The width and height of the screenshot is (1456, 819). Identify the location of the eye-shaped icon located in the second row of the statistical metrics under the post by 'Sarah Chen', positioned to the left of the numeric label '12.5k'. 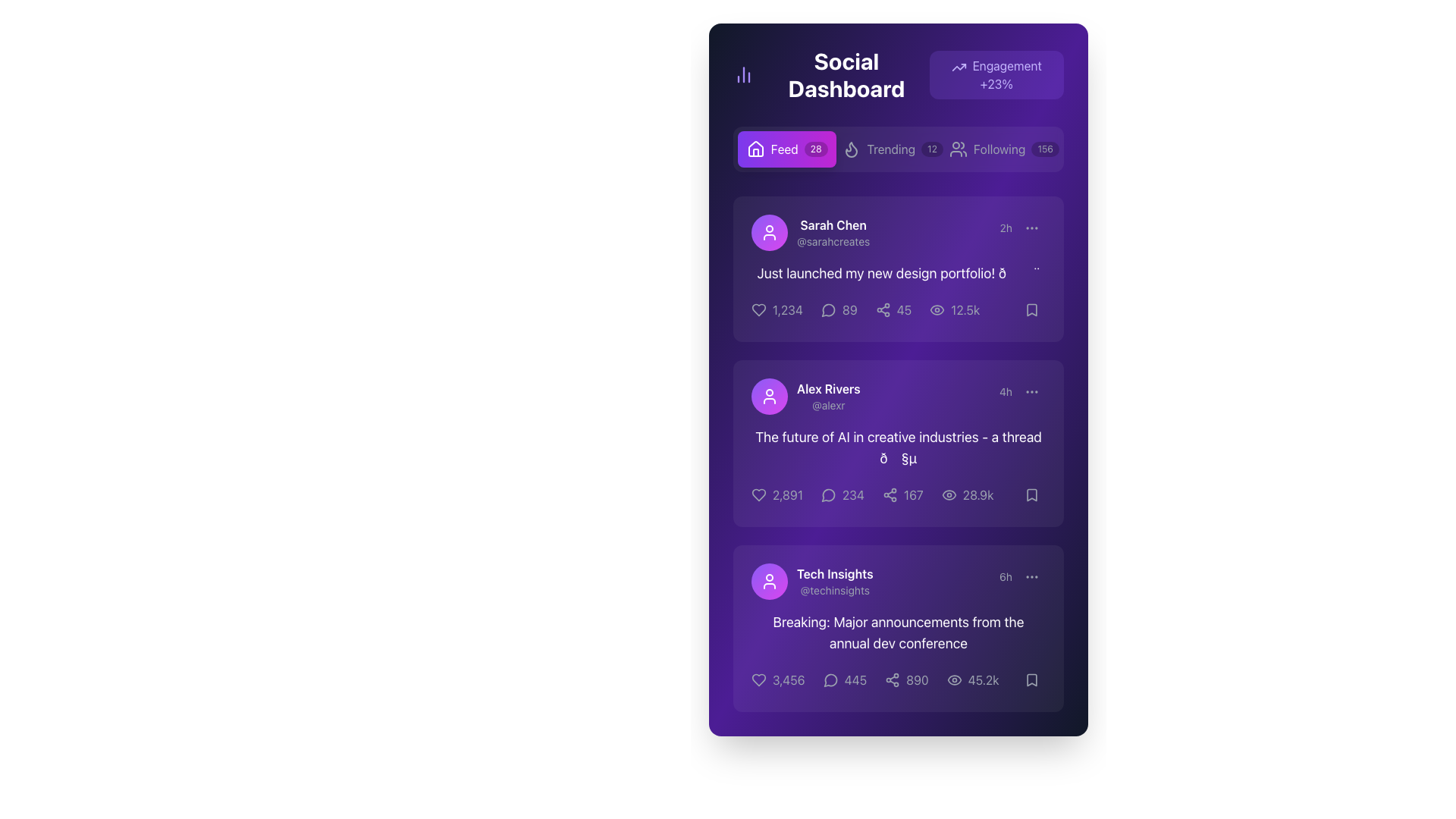
(937, 309).